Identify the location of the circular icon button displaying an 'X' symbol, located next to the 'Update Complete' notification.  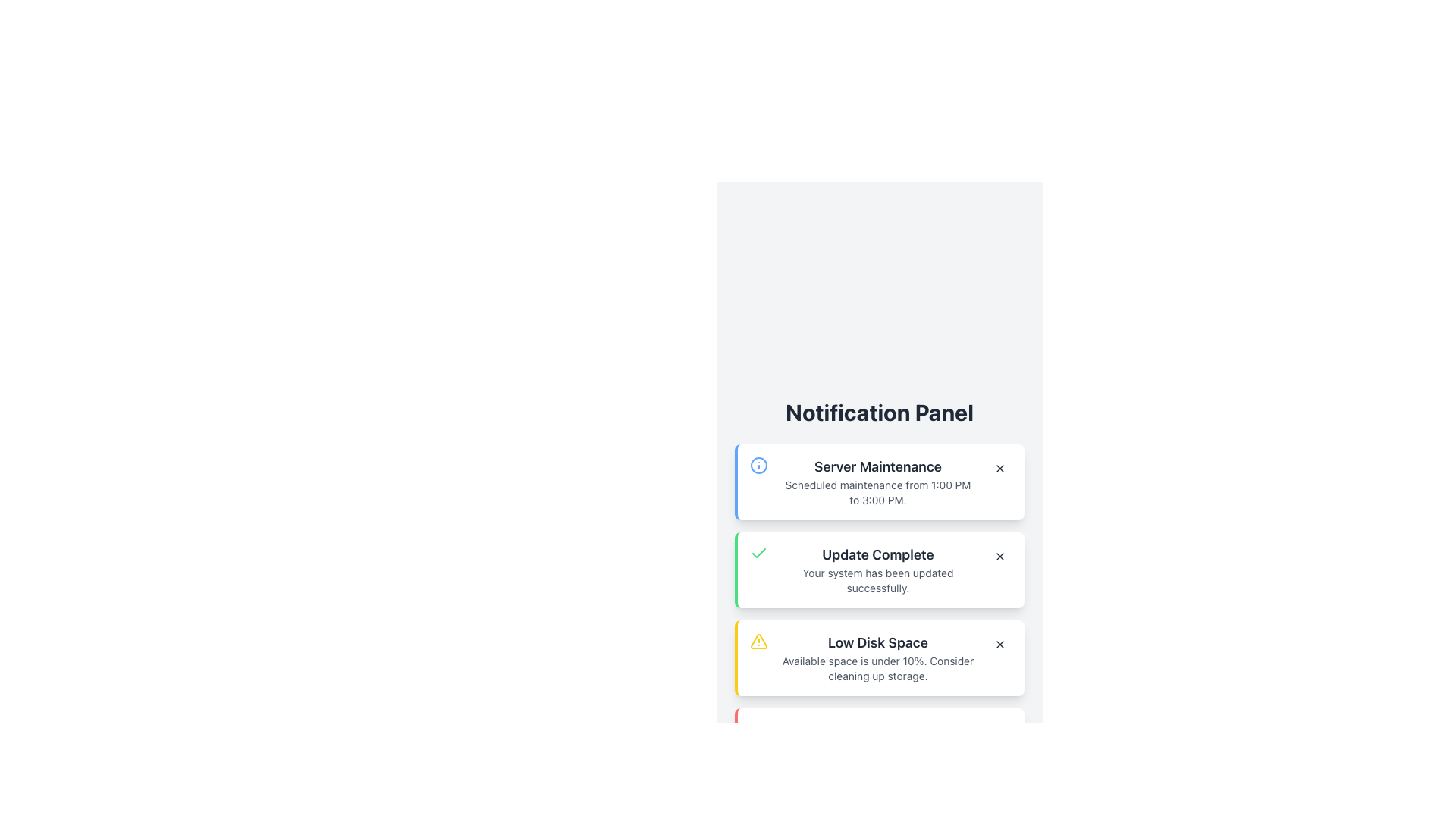
(1000, 556).